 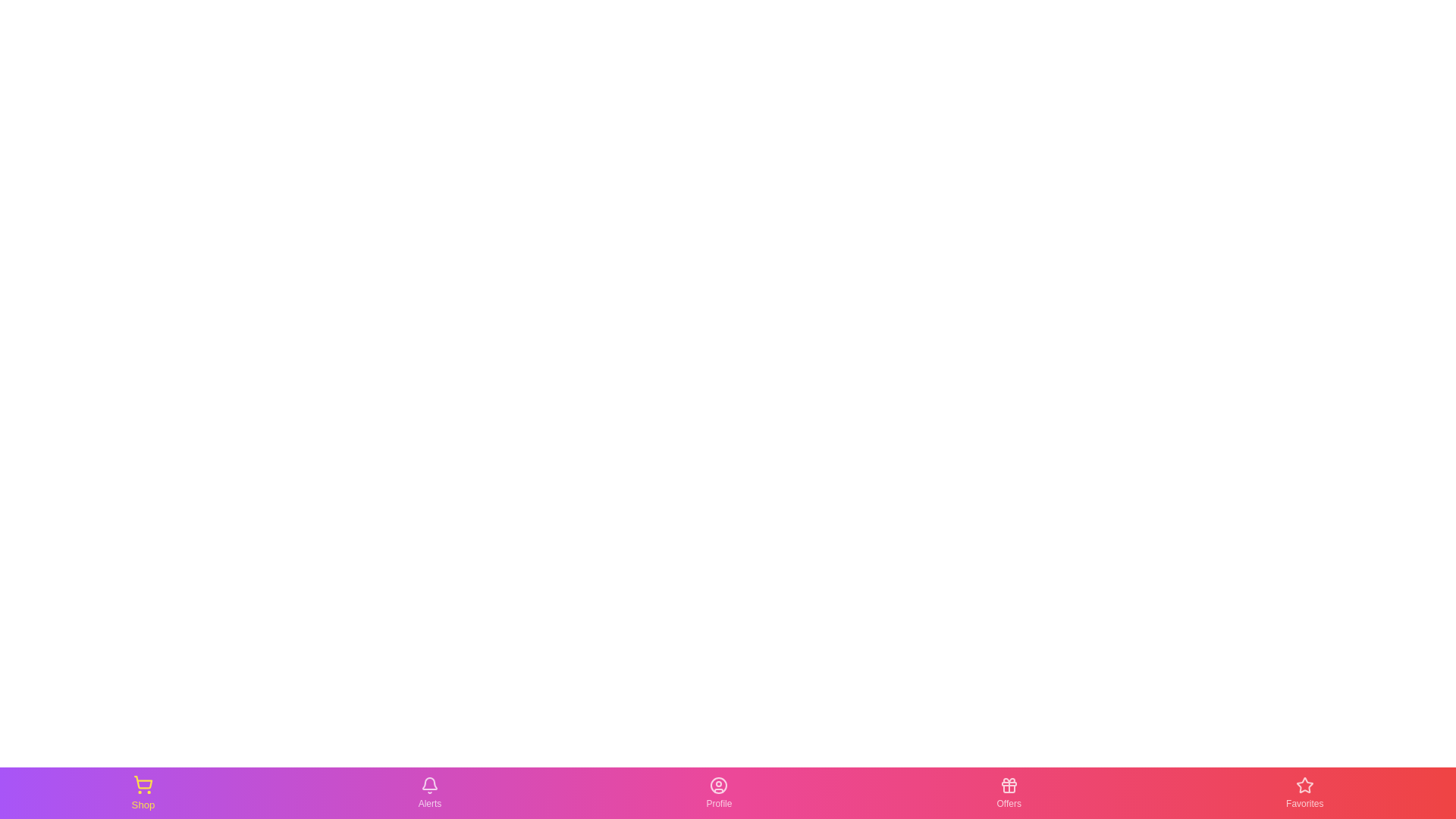 I want to click on the Profile icon in the navigation bar, so click(x=718, y=792).